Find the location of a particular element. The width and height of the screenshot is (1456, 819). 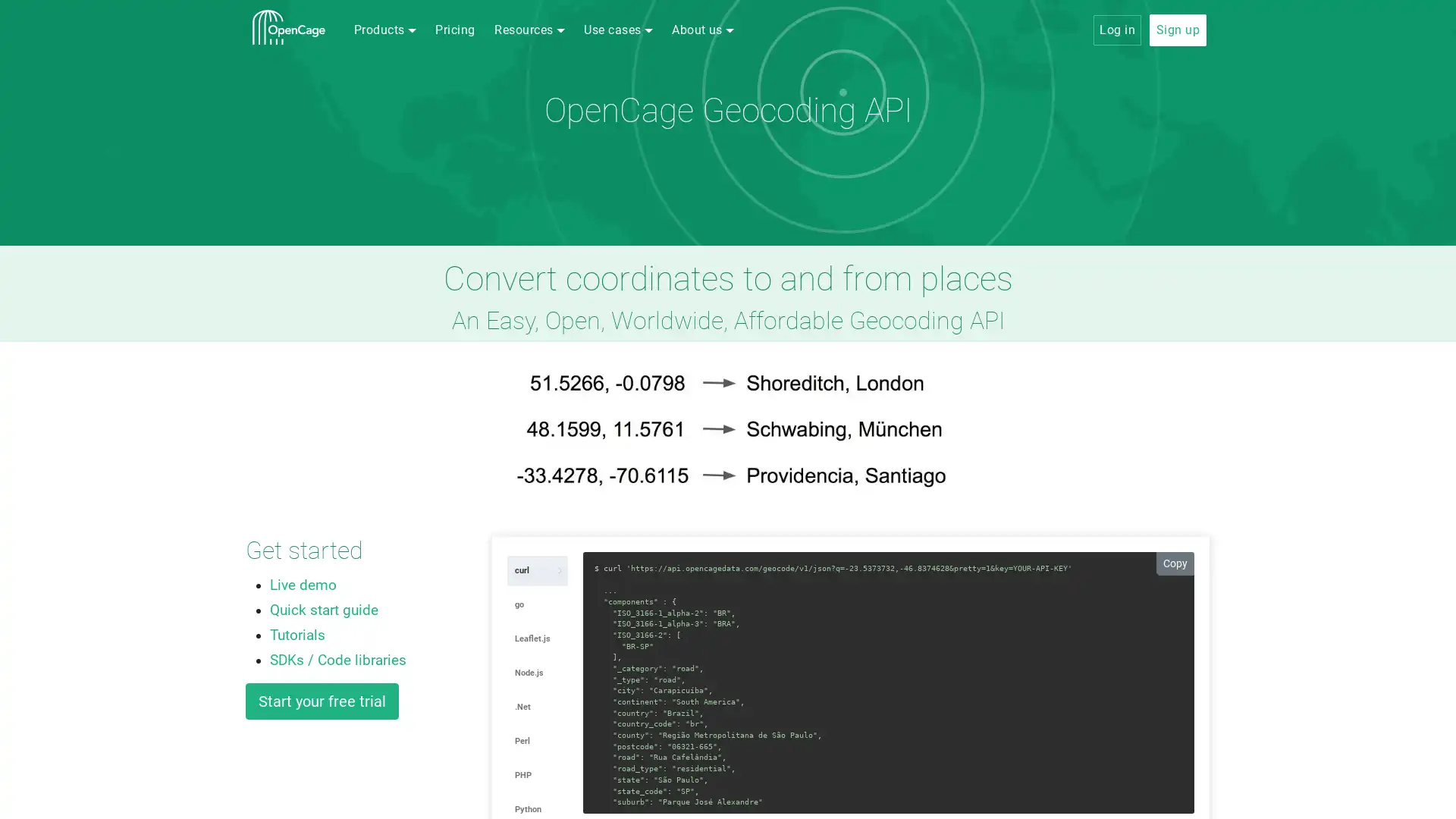

About us is located at coordinates (701, 30).